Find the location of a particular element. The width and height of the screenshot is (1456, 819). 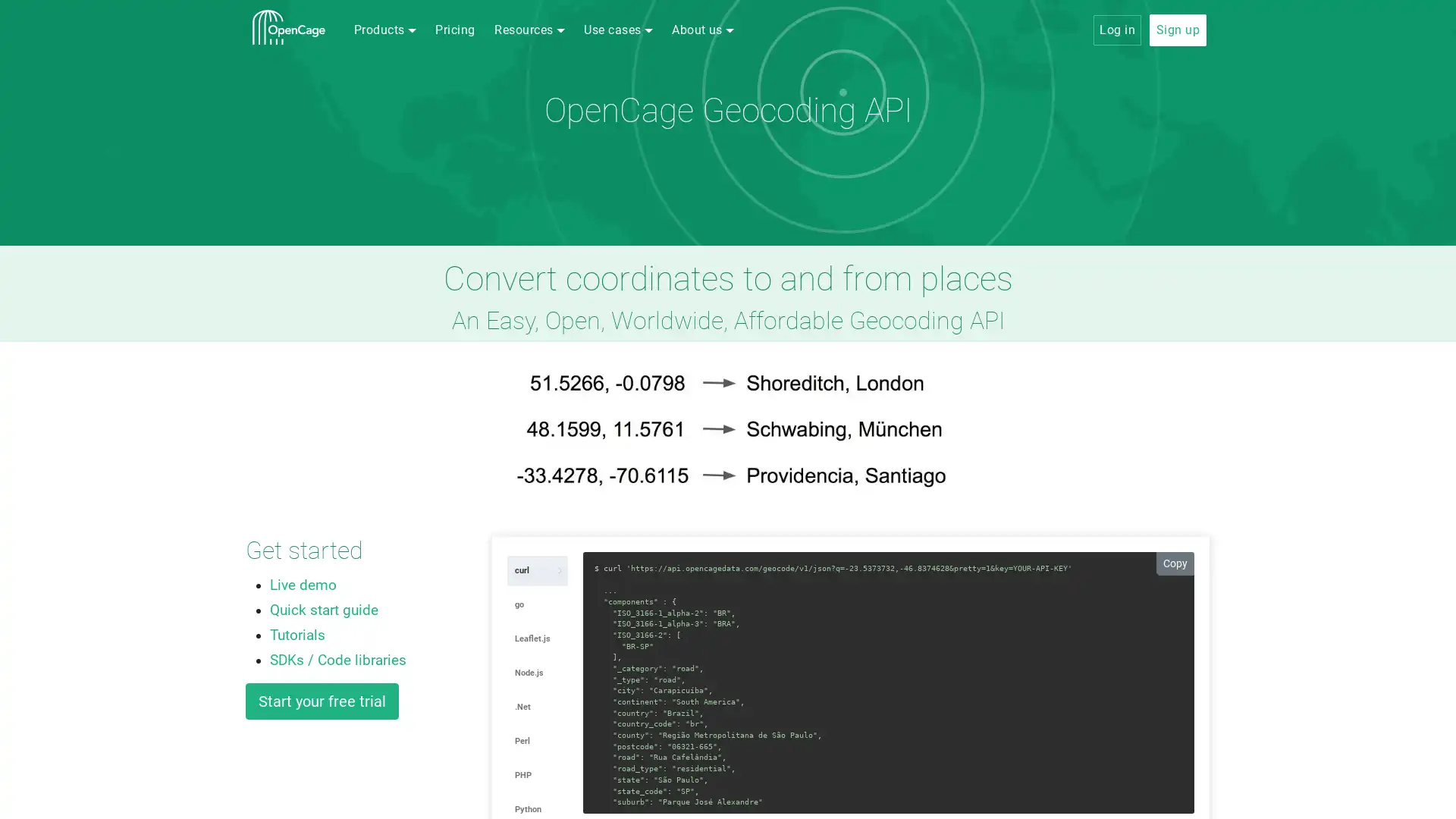

About us is located at coordinates (701, 30).